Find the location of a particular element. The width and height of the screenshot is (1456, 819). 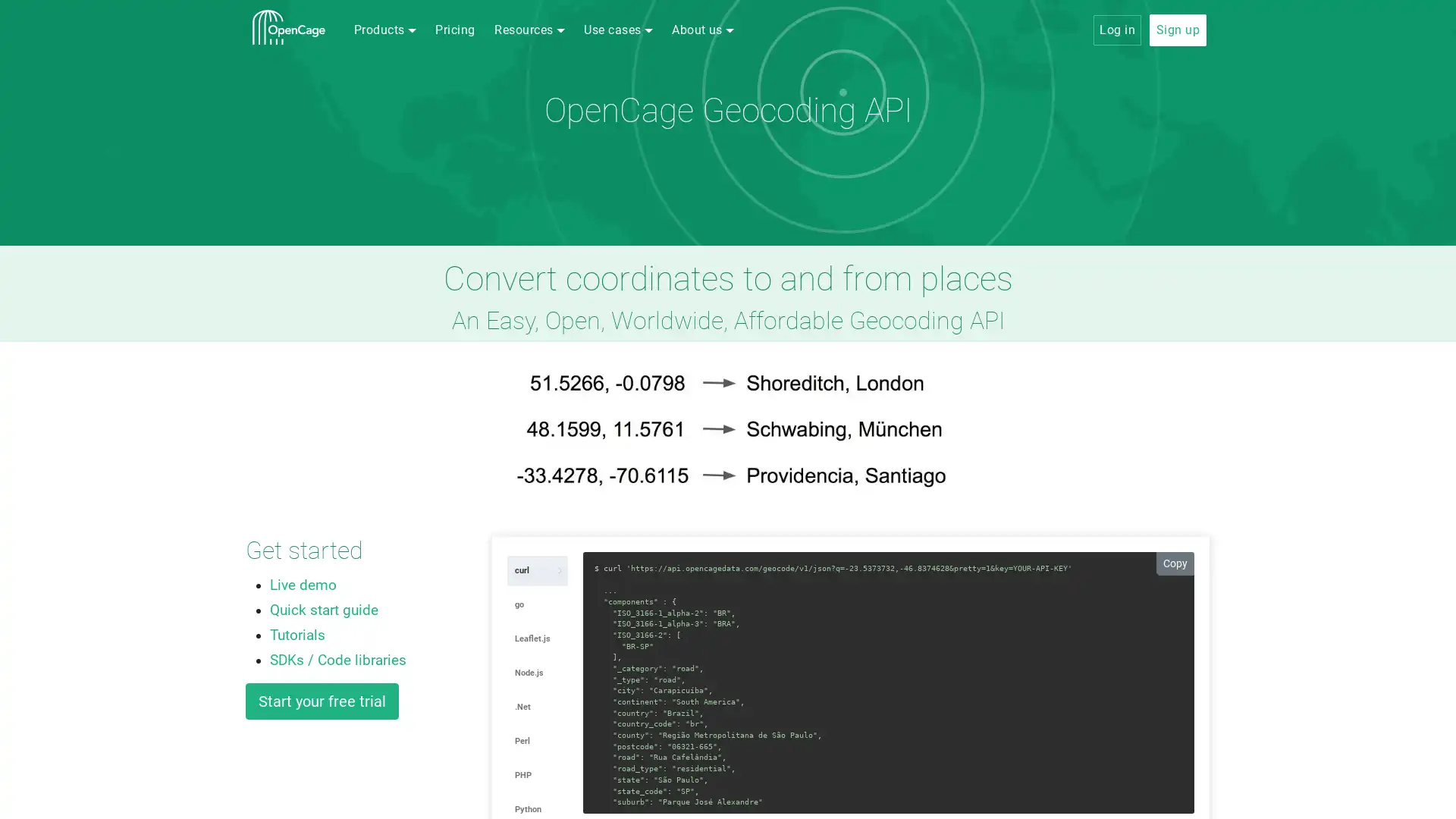

About us is located at coordinates (701, 30).